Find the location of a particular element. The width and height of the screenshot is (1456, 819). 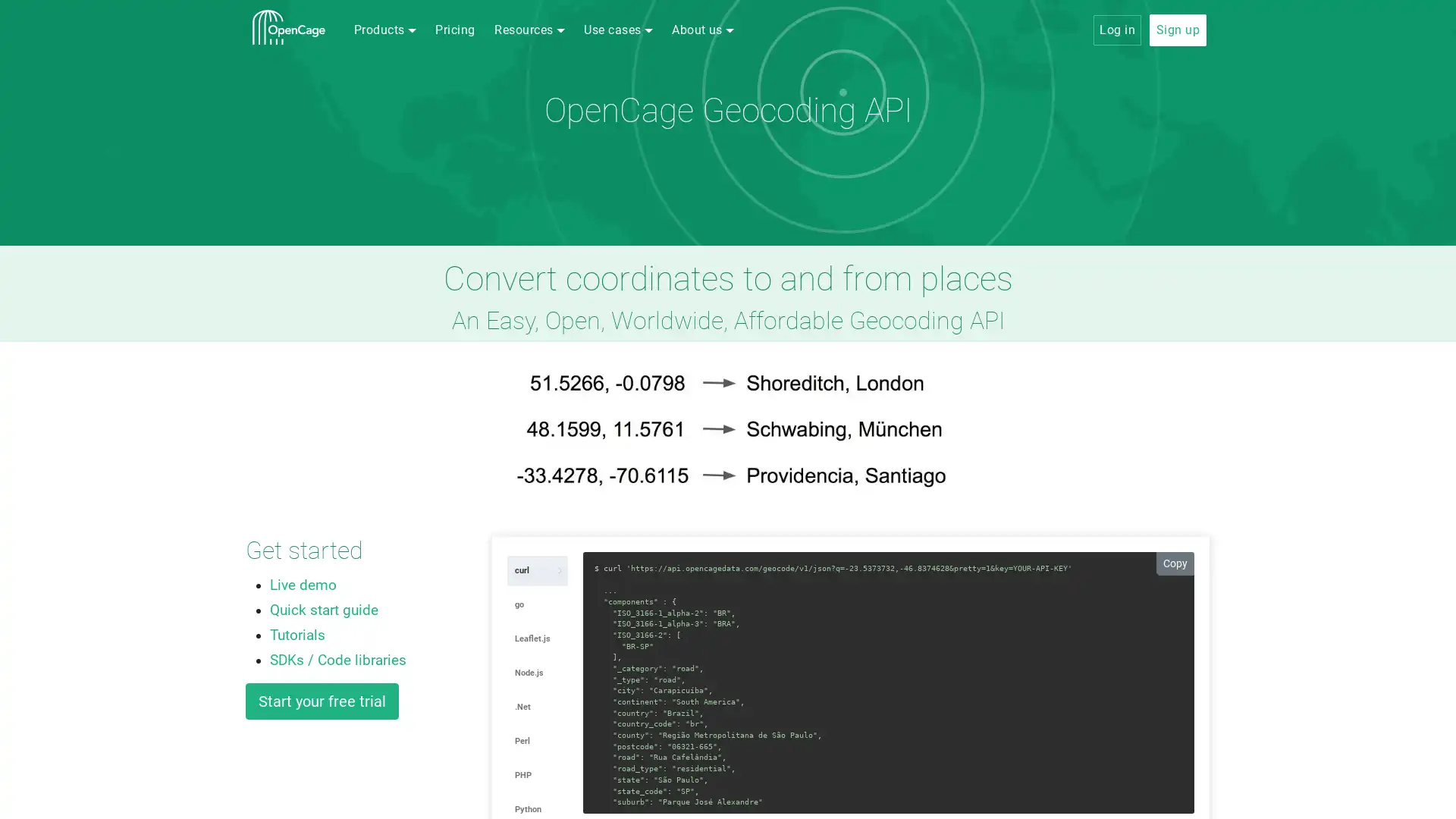

About us is located at coordinates (701, 30).